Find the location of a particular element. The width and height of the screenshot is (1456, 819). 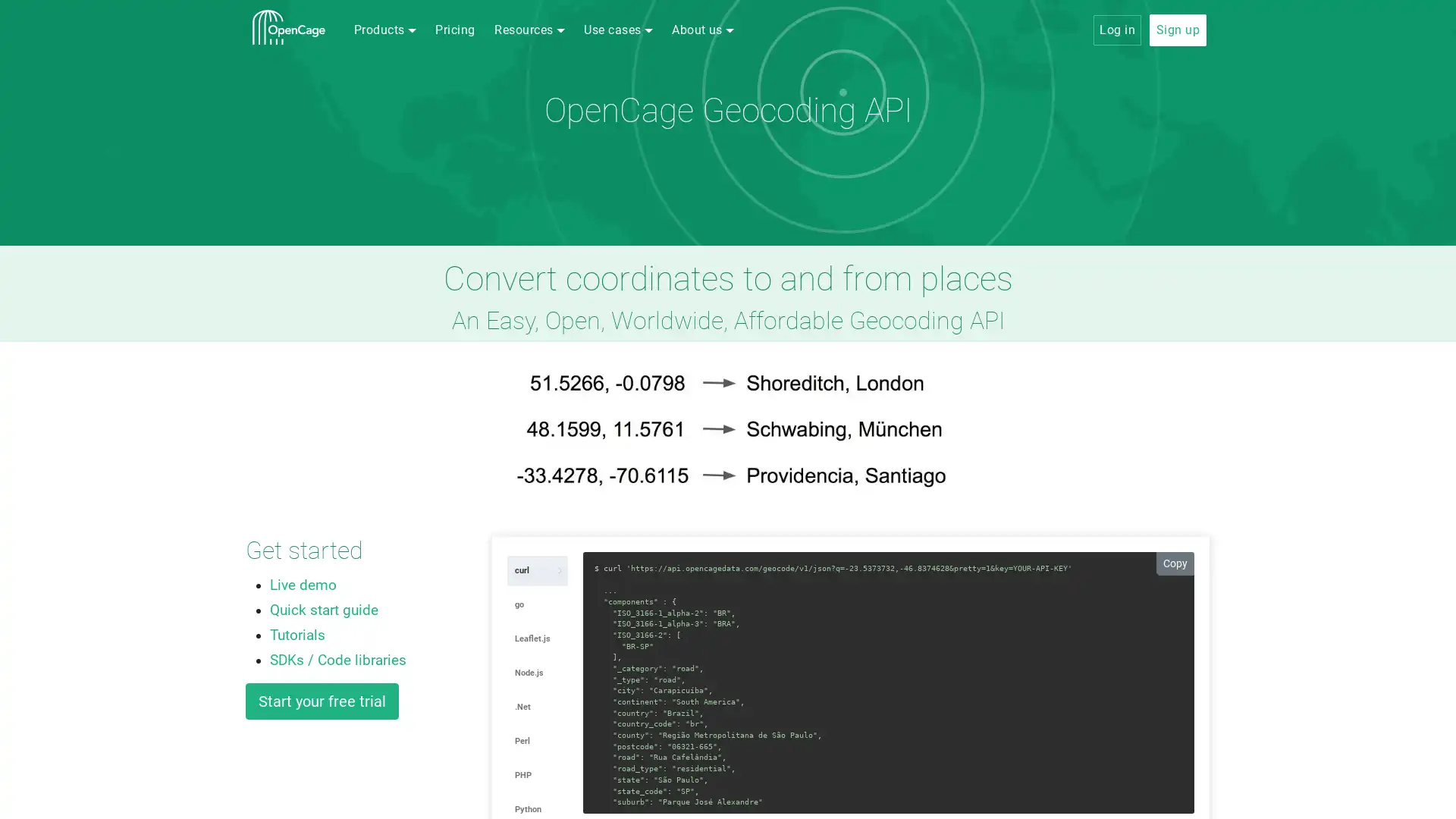

About us is located at coordinates (701, 30).